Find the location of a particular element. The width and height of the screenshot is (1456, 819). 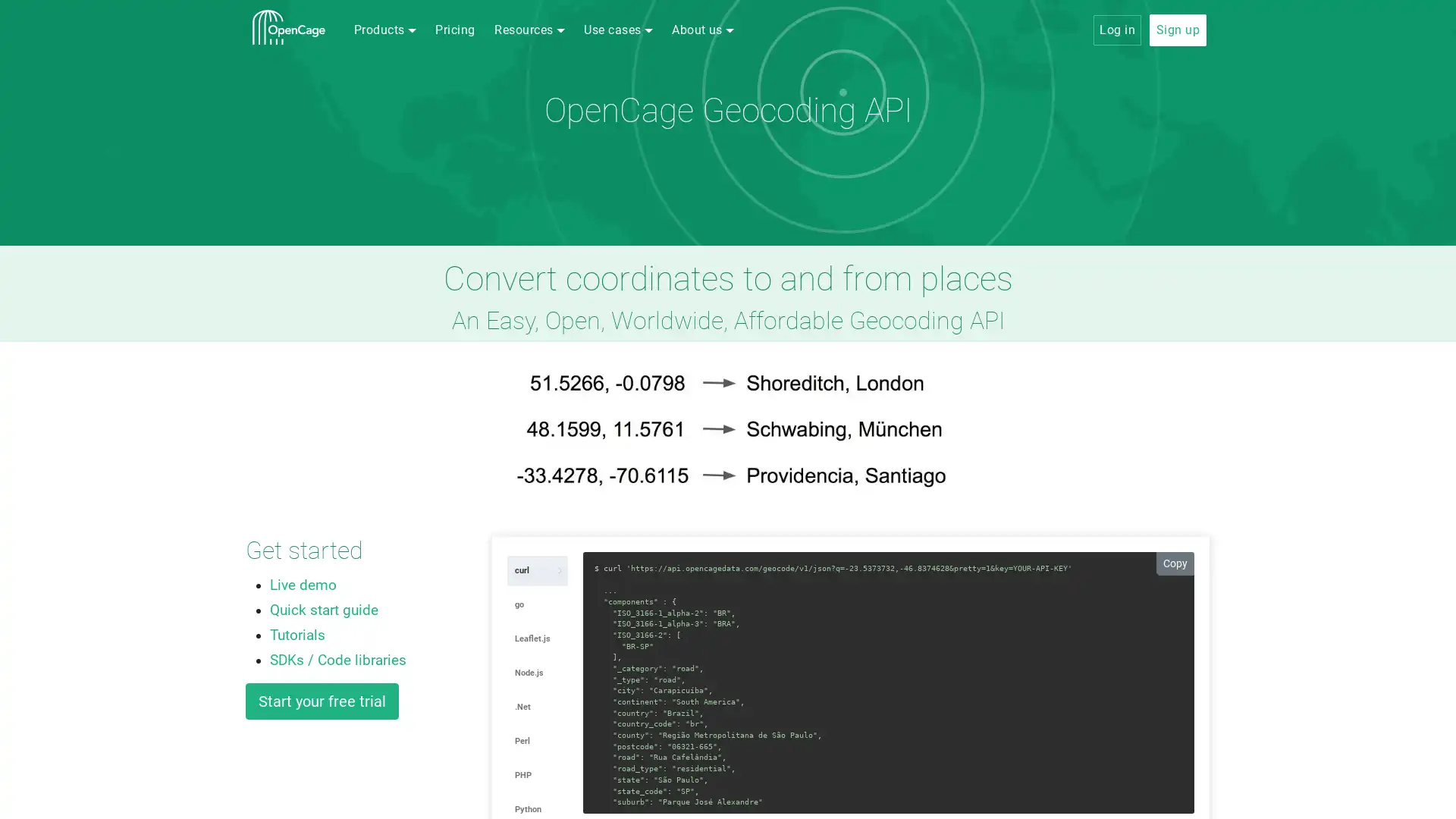

About us is located at coordinates (701, 30).